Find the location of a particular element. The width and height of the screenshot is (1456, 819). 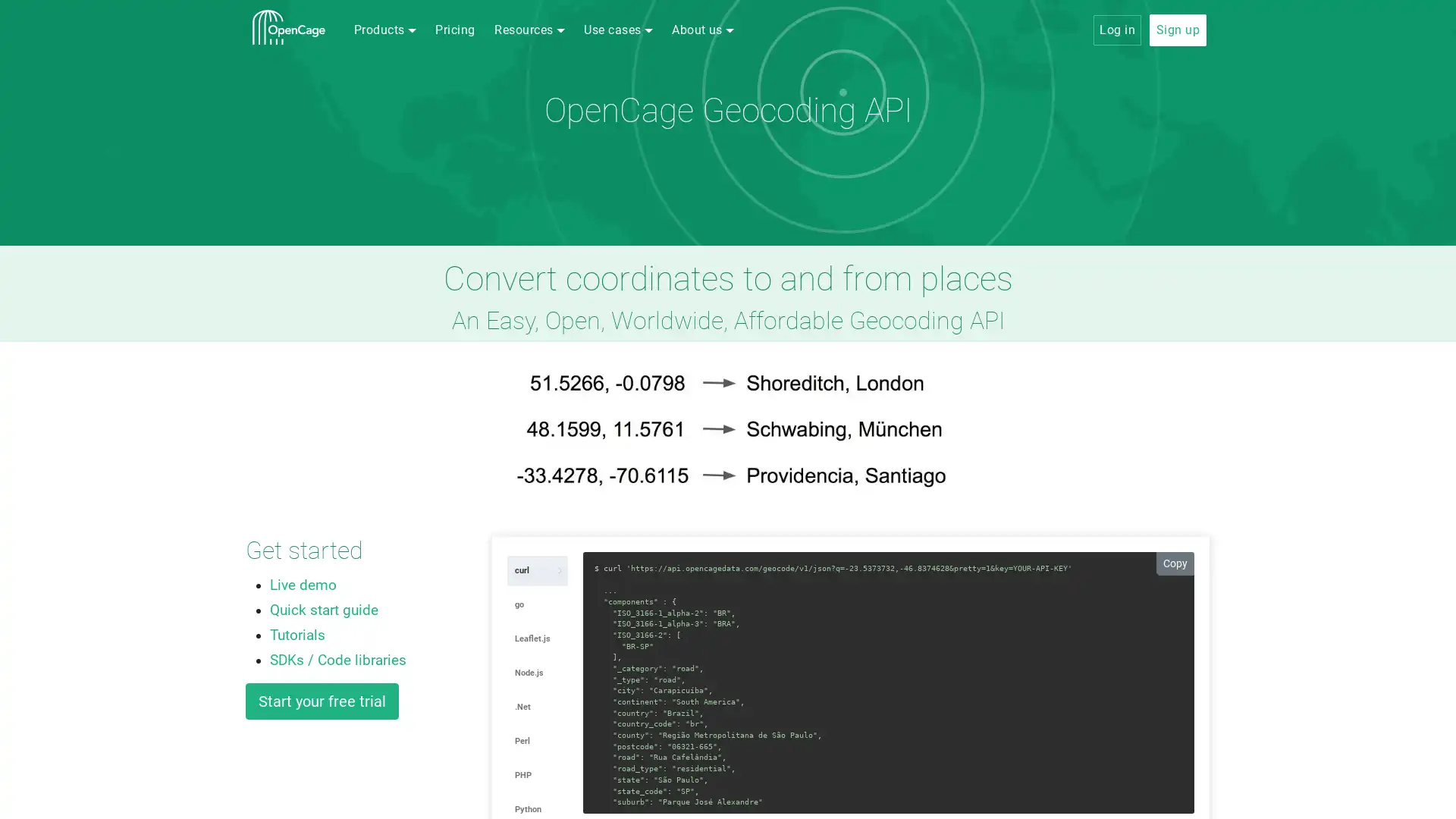

About us is located at coordinates (701, 30).